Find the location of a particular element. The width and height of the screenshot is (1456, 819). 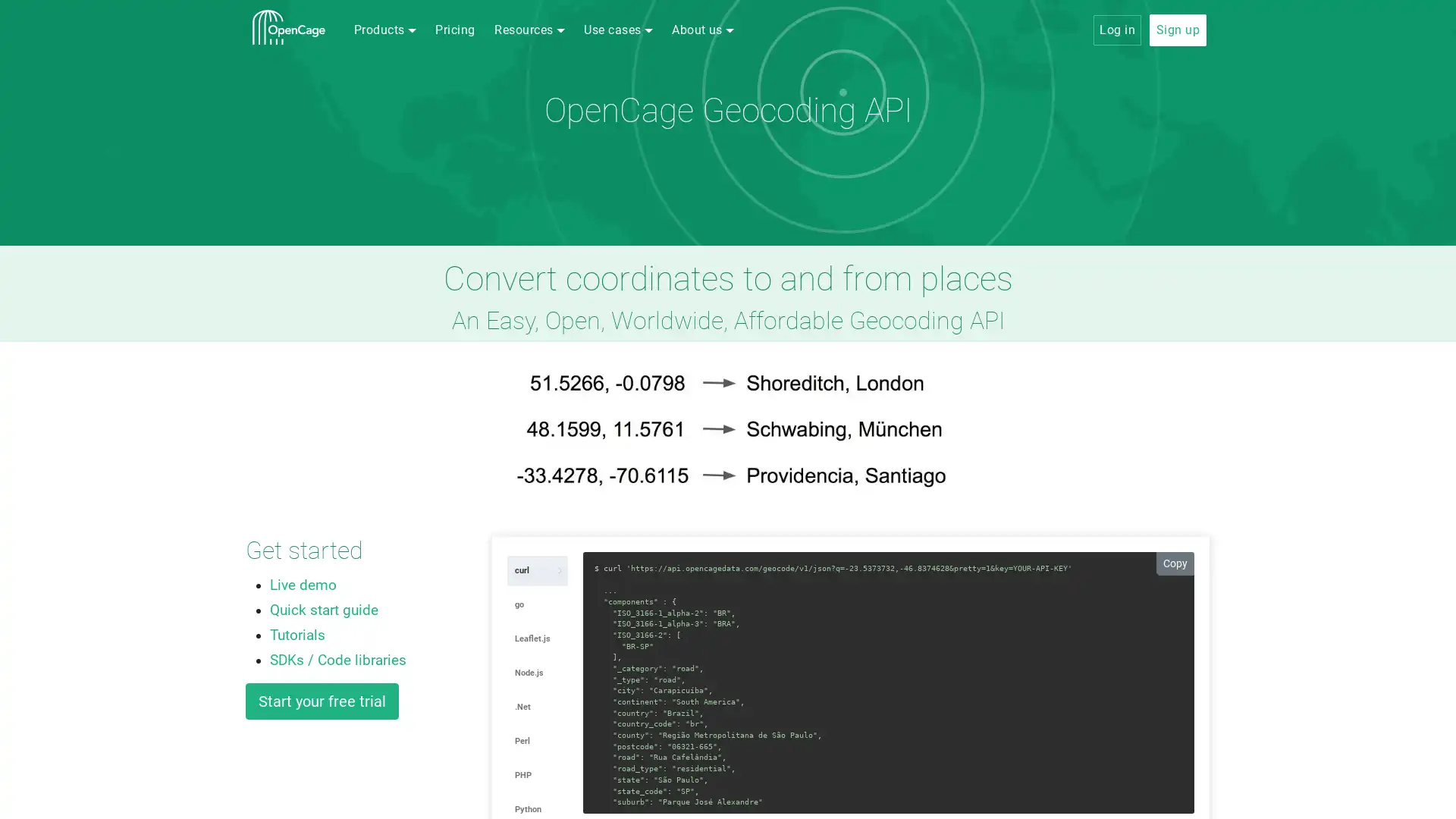

About us is located at coordinates (701, 30).